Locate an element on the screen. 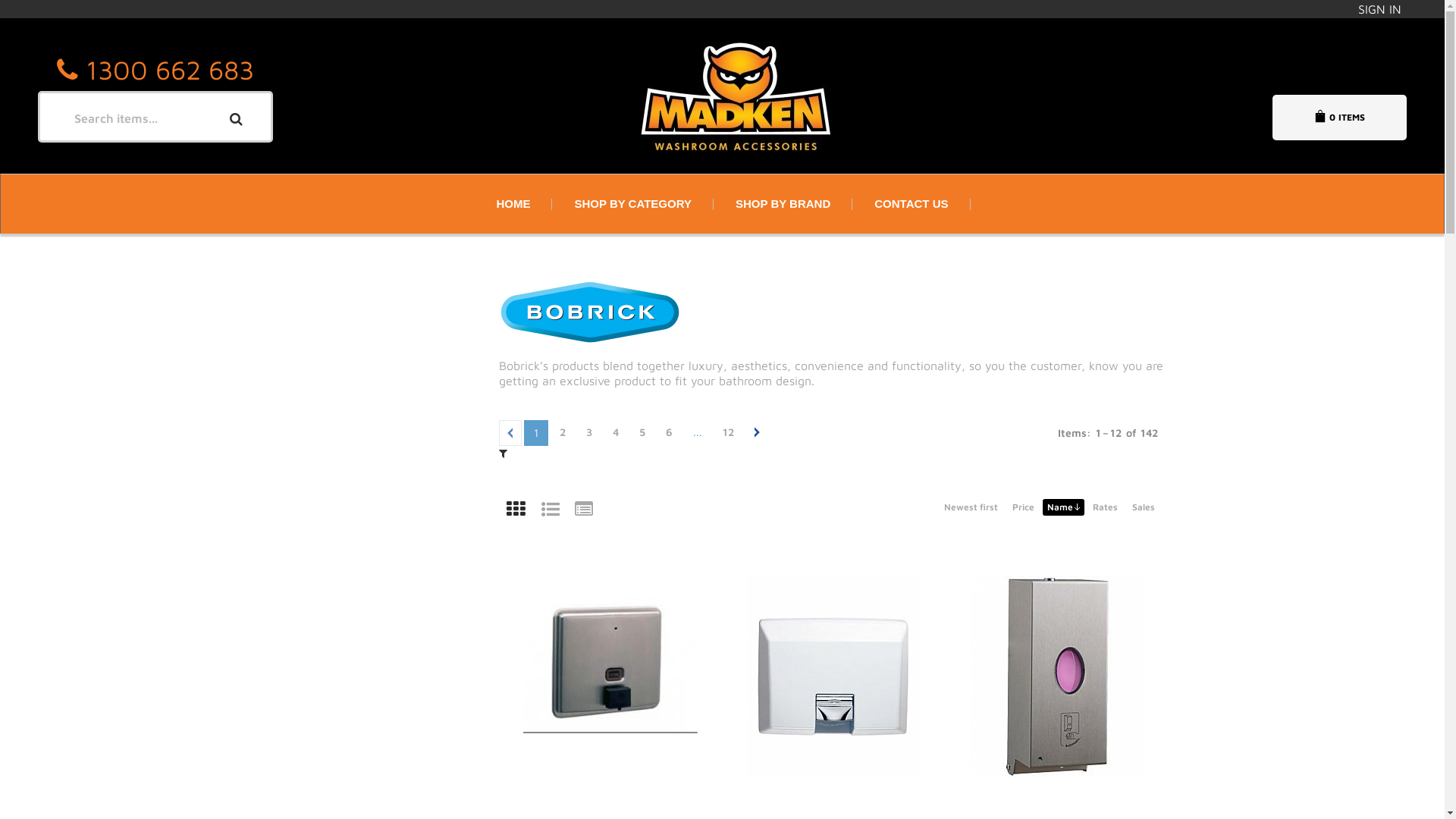 Image resolution: width=1456 pixels, height=819 pixels. 'SIGN IN' is located at coordinates (1379, 8).